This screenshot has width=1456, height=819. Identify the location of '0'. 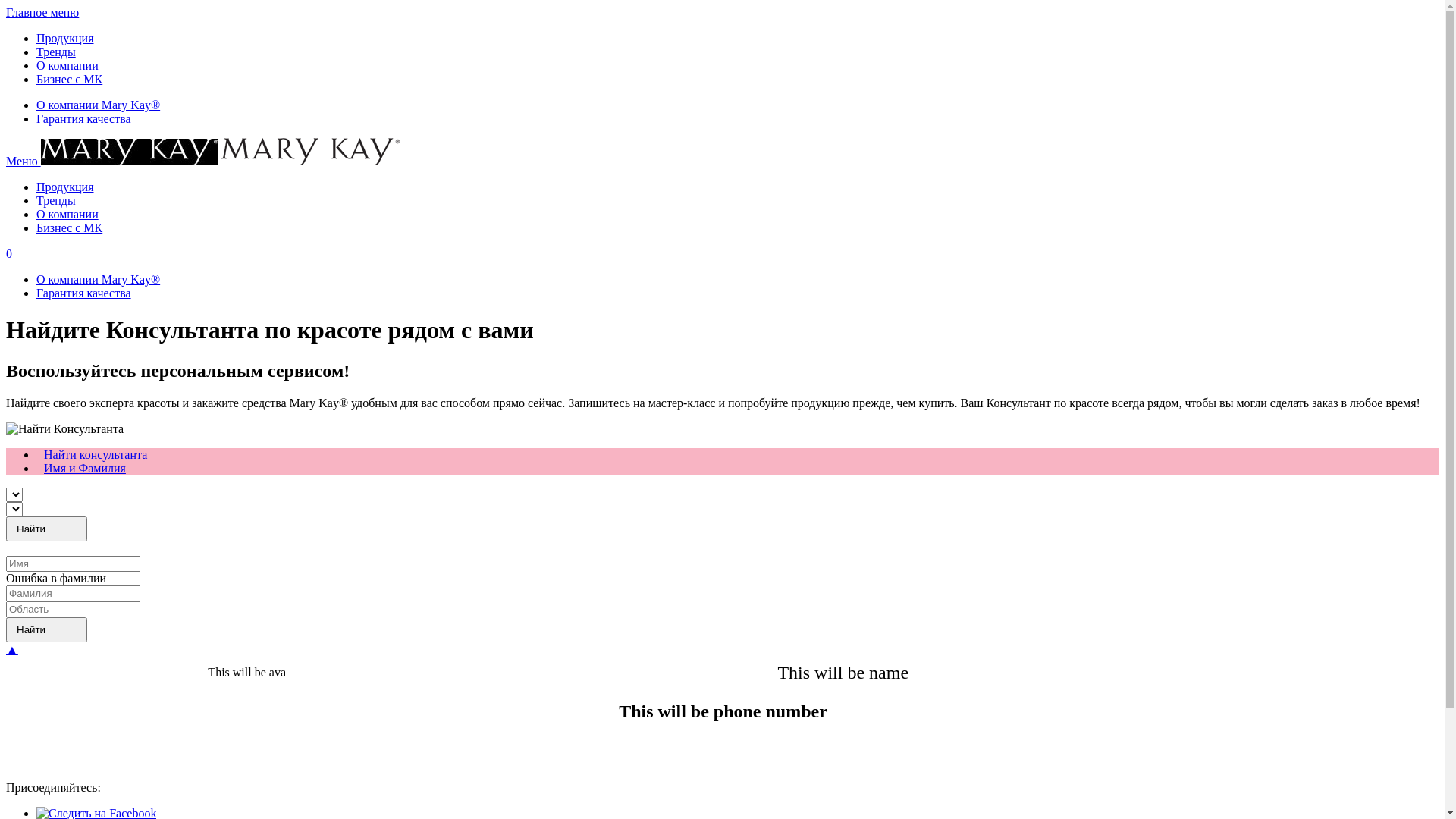
(9, 253).